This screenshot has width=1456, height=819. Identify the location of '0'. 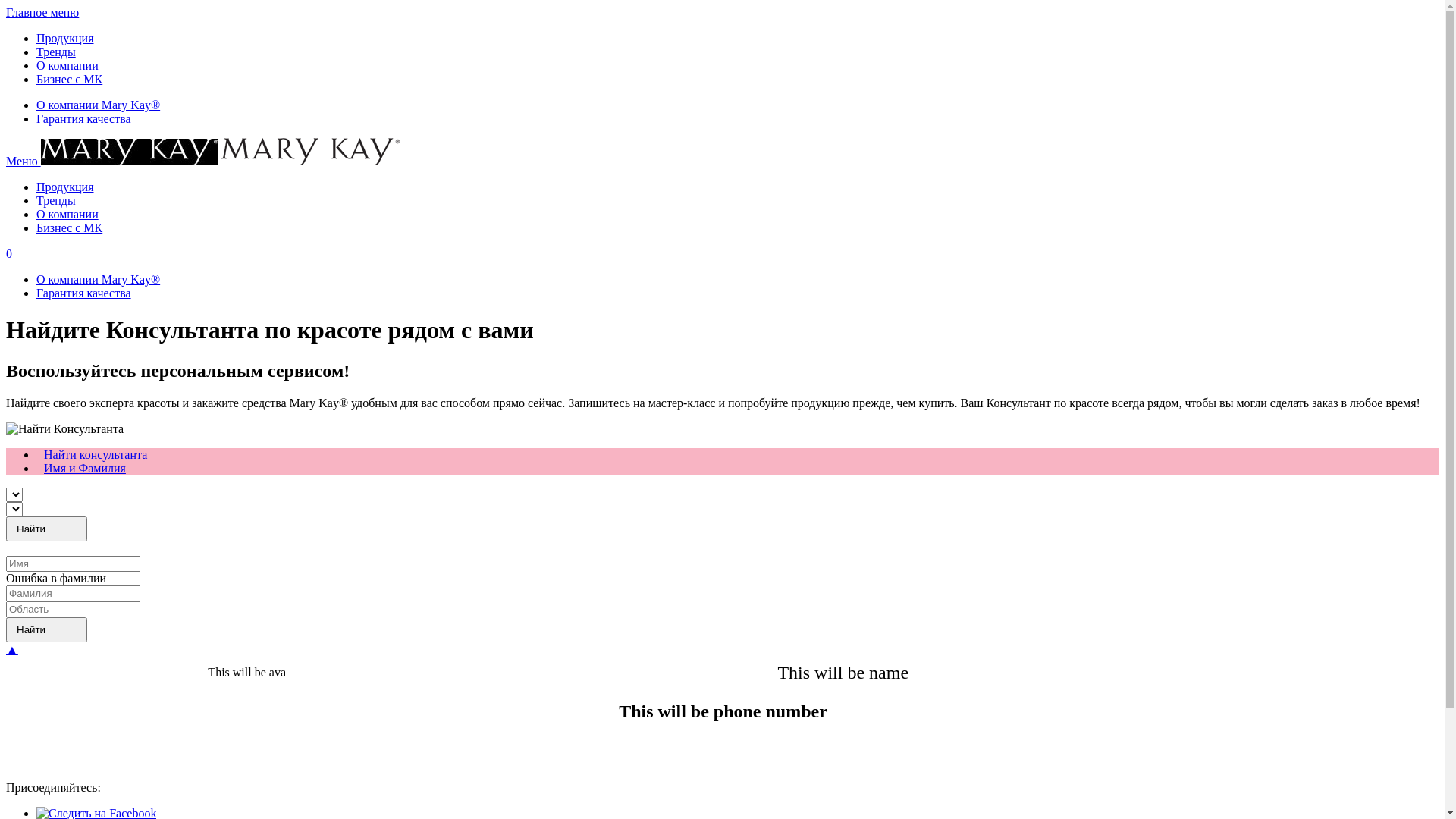
(9, 253).